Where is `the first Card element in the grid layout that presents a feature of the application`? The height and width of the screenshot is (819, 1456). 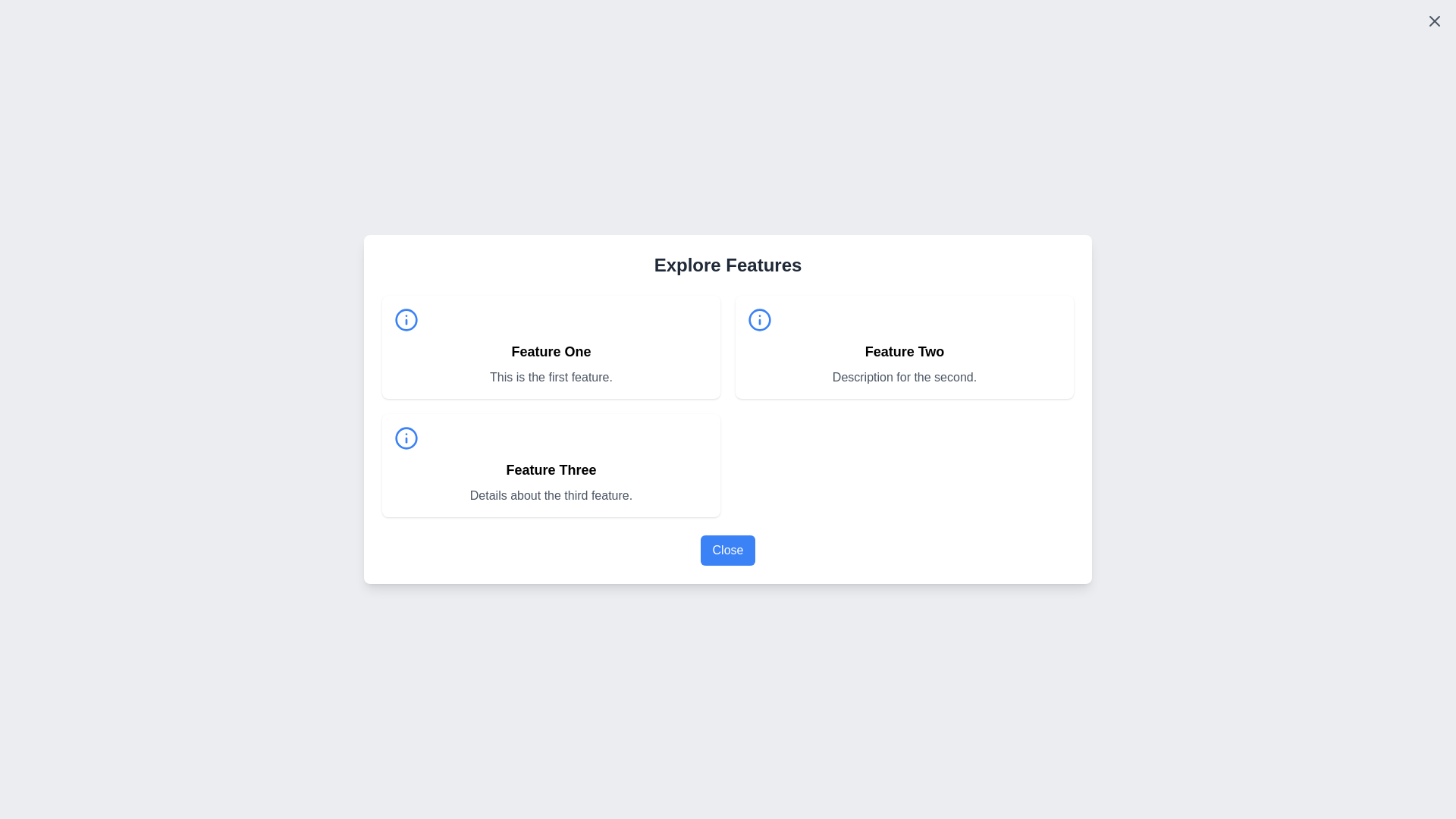 the first Card element in the grid layout that presents a feature of the application is located at coordinates (550, 347).